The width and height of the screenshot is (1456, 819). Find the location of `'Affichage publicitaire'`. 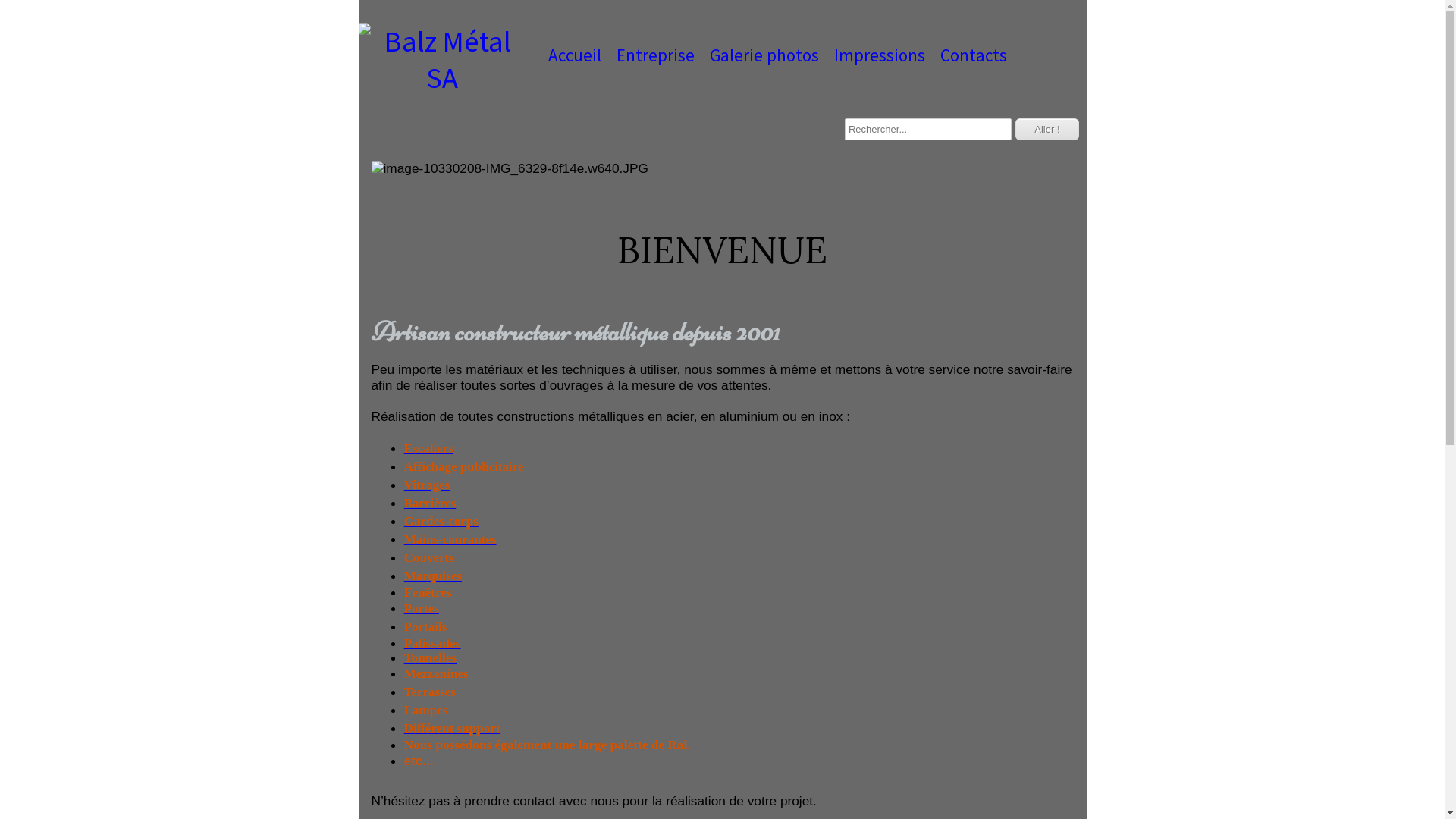

'Affichage publicitaire' is located at coordinates (463, 466).